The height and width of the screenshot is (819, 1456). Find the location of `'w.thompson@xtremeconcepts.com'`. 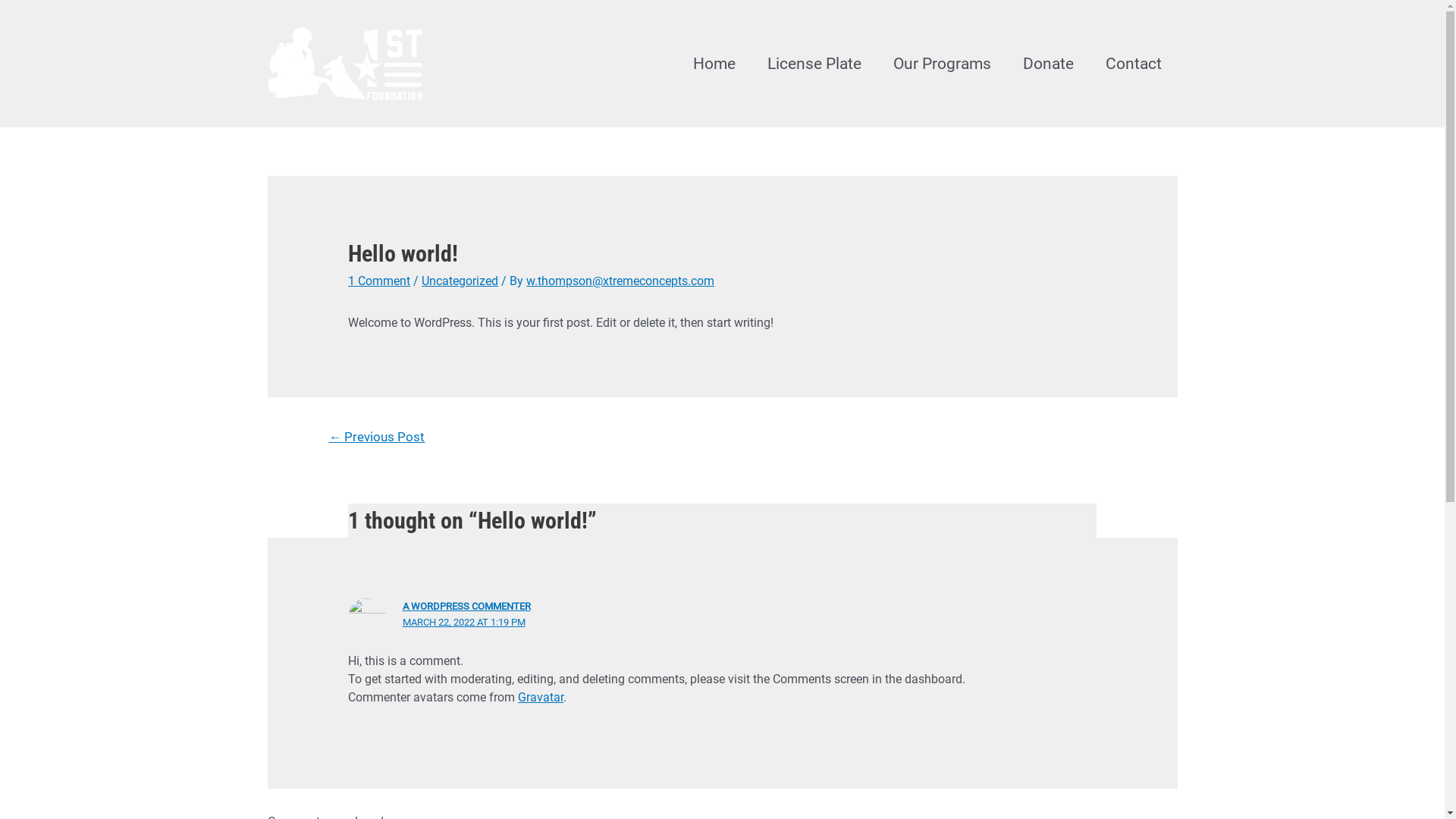

'w.thompson@xtremeconcepts.com' is located at coordinates (620, 281).